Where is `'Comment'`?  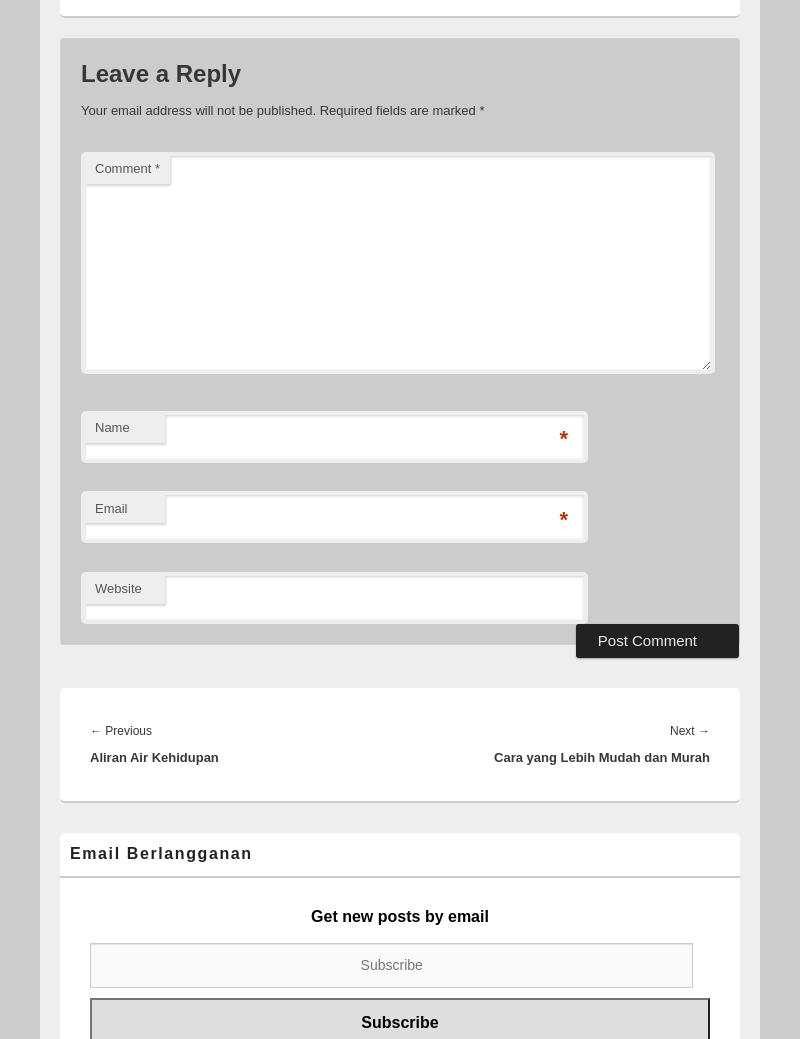 'Comment' is located at coordinates (123, 167).